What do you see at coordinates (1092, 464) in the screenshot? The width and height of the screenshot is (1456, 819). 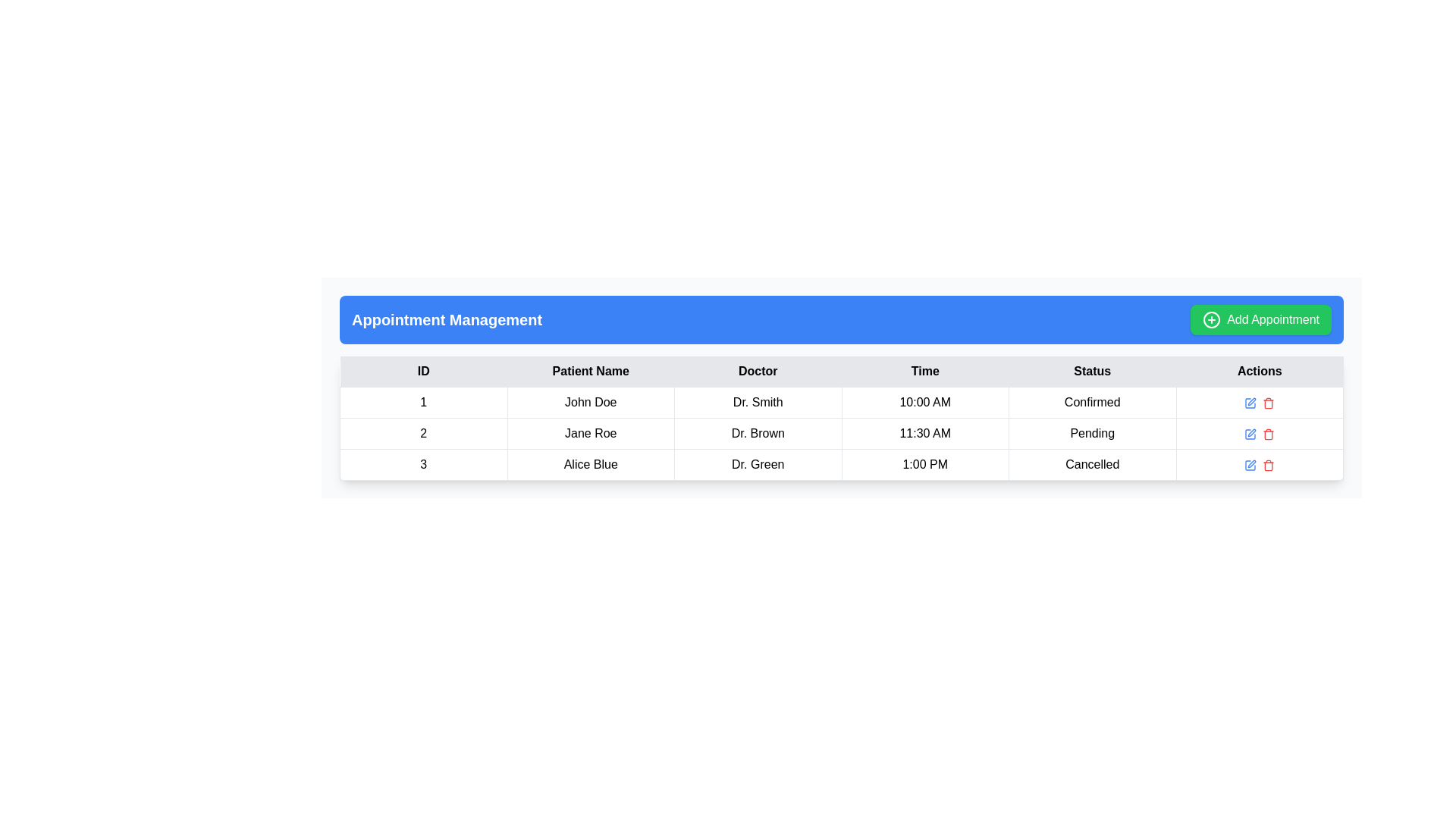 I see `the 'Cancelled' text label in the fifth column of the last row of the table, which indicates the status of an entry` at bounding box center [1092, 464].